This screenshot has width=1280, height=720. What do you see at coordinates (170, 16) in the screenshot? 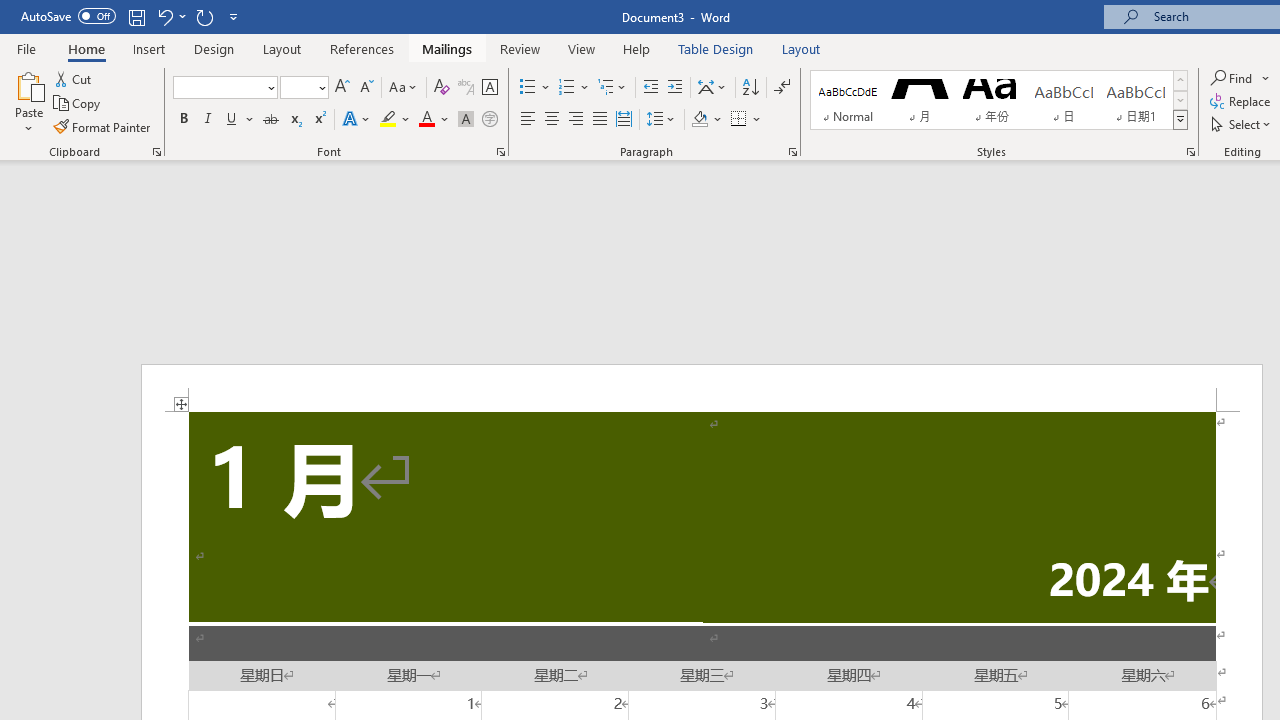
I see `'Undo Distribute Para'` at bounding box center [170, 16].